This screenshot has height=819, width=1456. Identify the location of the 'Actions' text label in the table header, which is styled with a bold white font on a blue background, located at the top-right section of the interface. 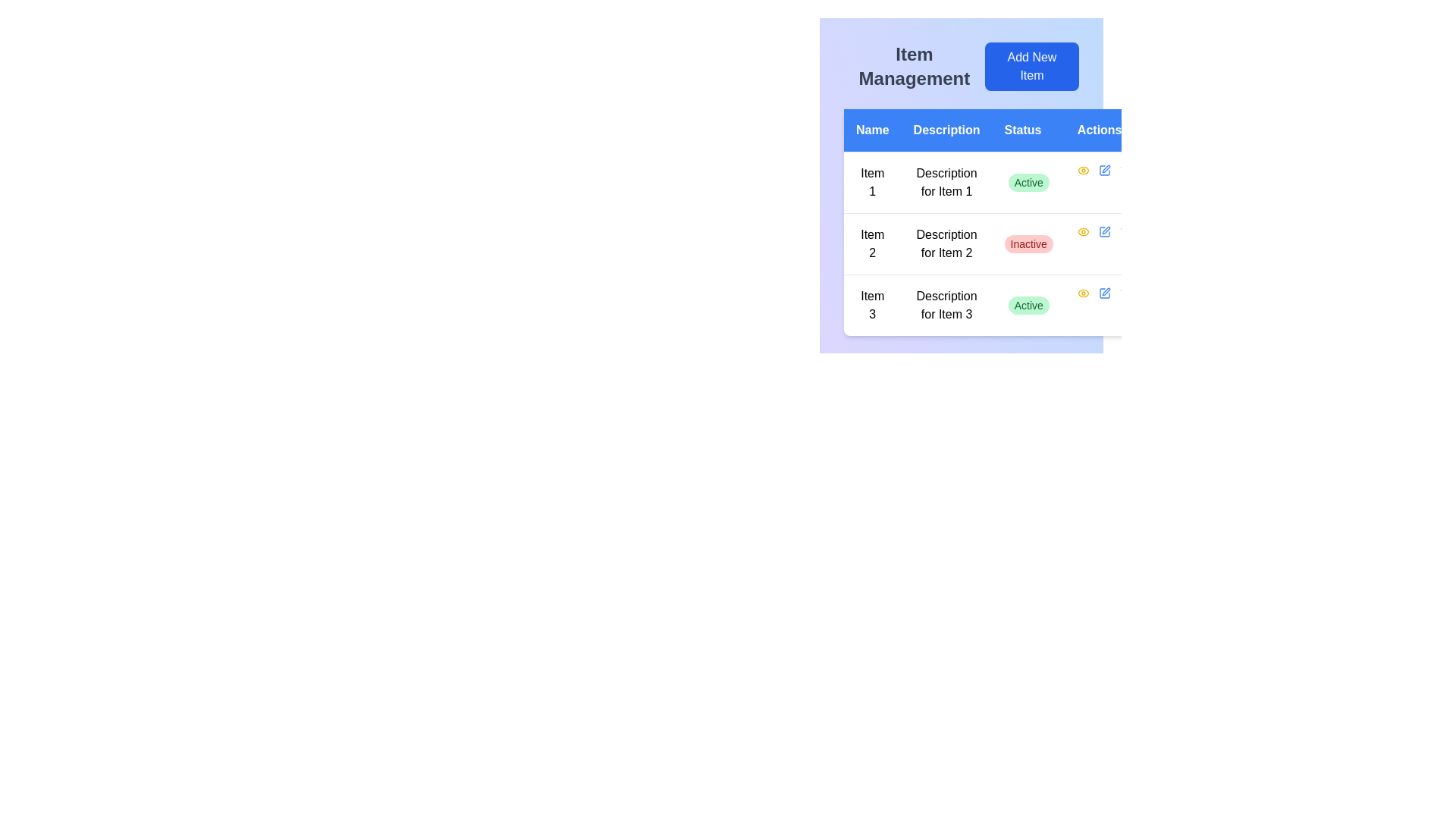
(1104, 130).